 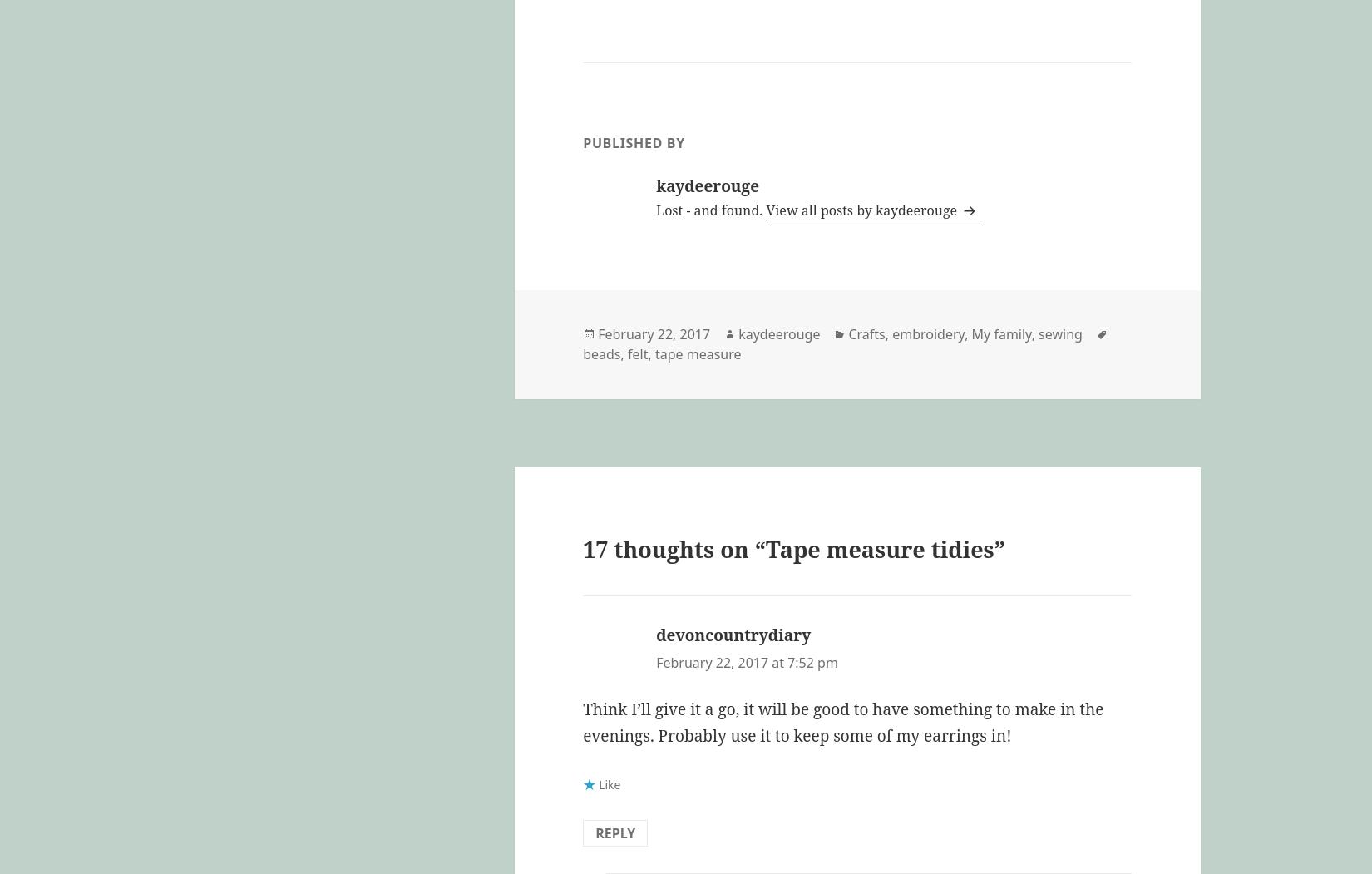 What do you see at coordinates (928, 333) in the screenshot?
I see `'embroidery'` at bounding box center [928, 333].